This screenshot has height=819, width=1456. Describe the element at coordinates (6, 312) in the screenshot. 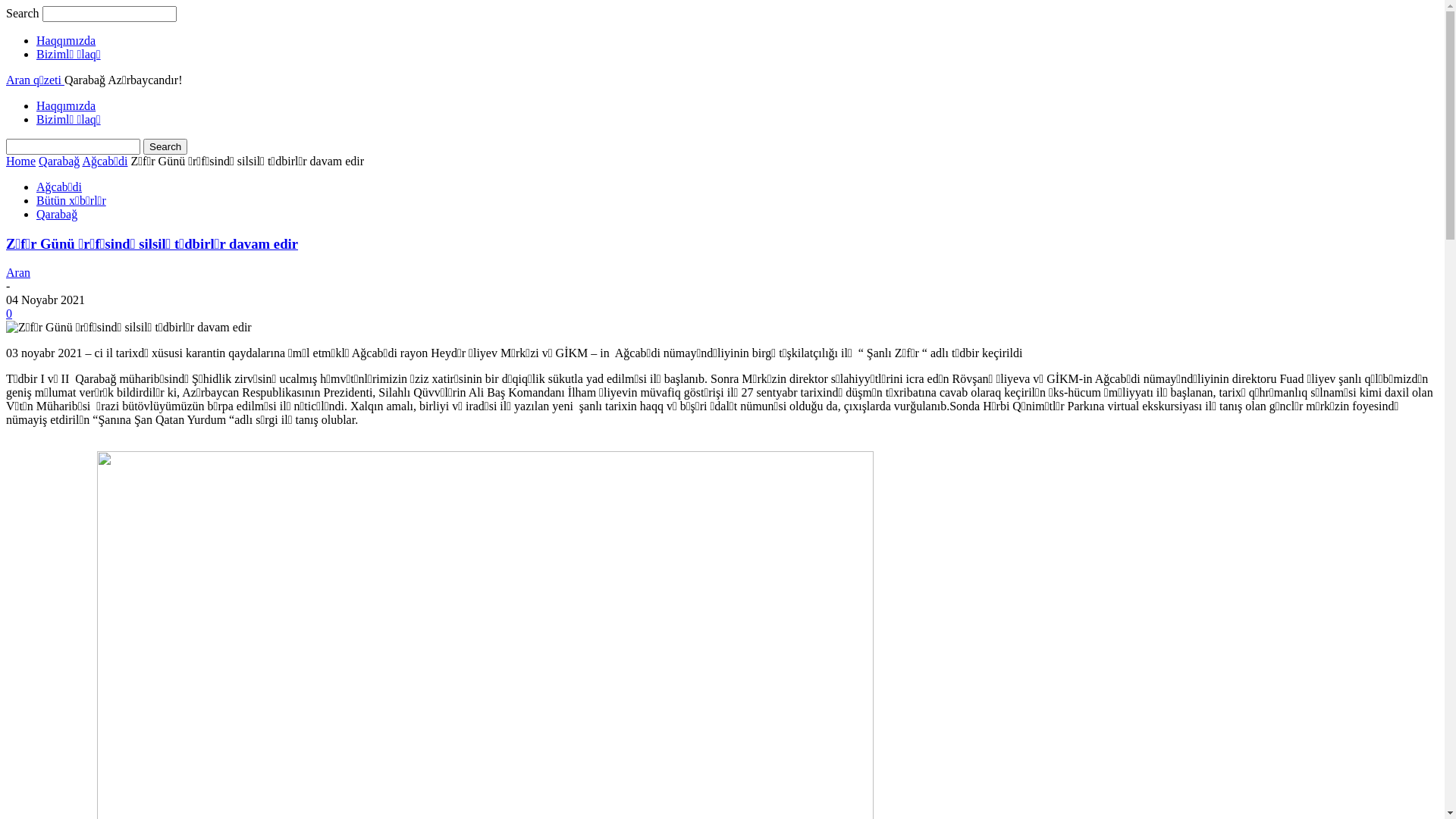

I see `'0'` at that location.